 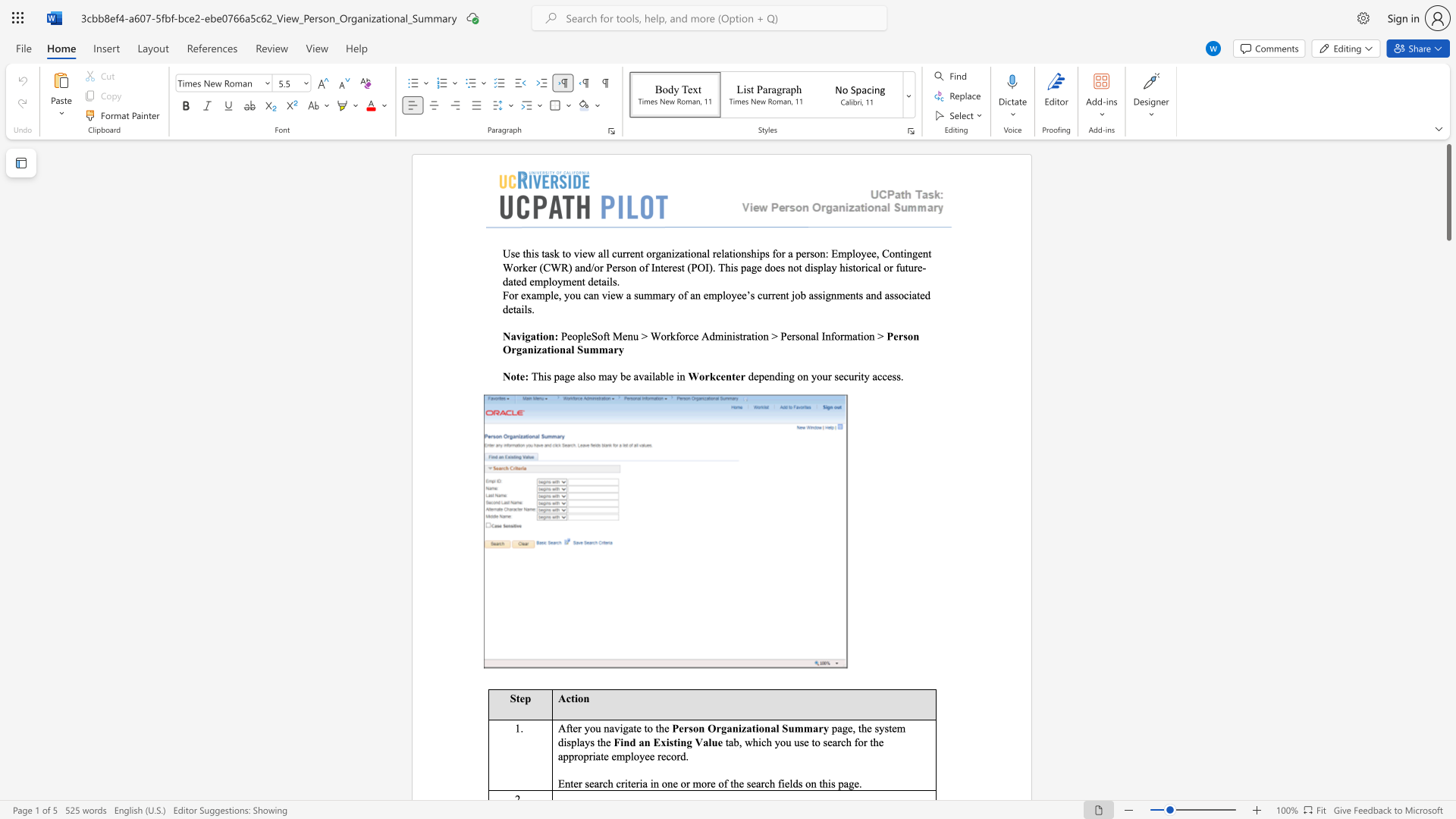 What do you see at coordinates (566, 266) in the screenshot?
I see `the space between the continuous character "R" and ")" in the text` at bounding box center [566, 266].